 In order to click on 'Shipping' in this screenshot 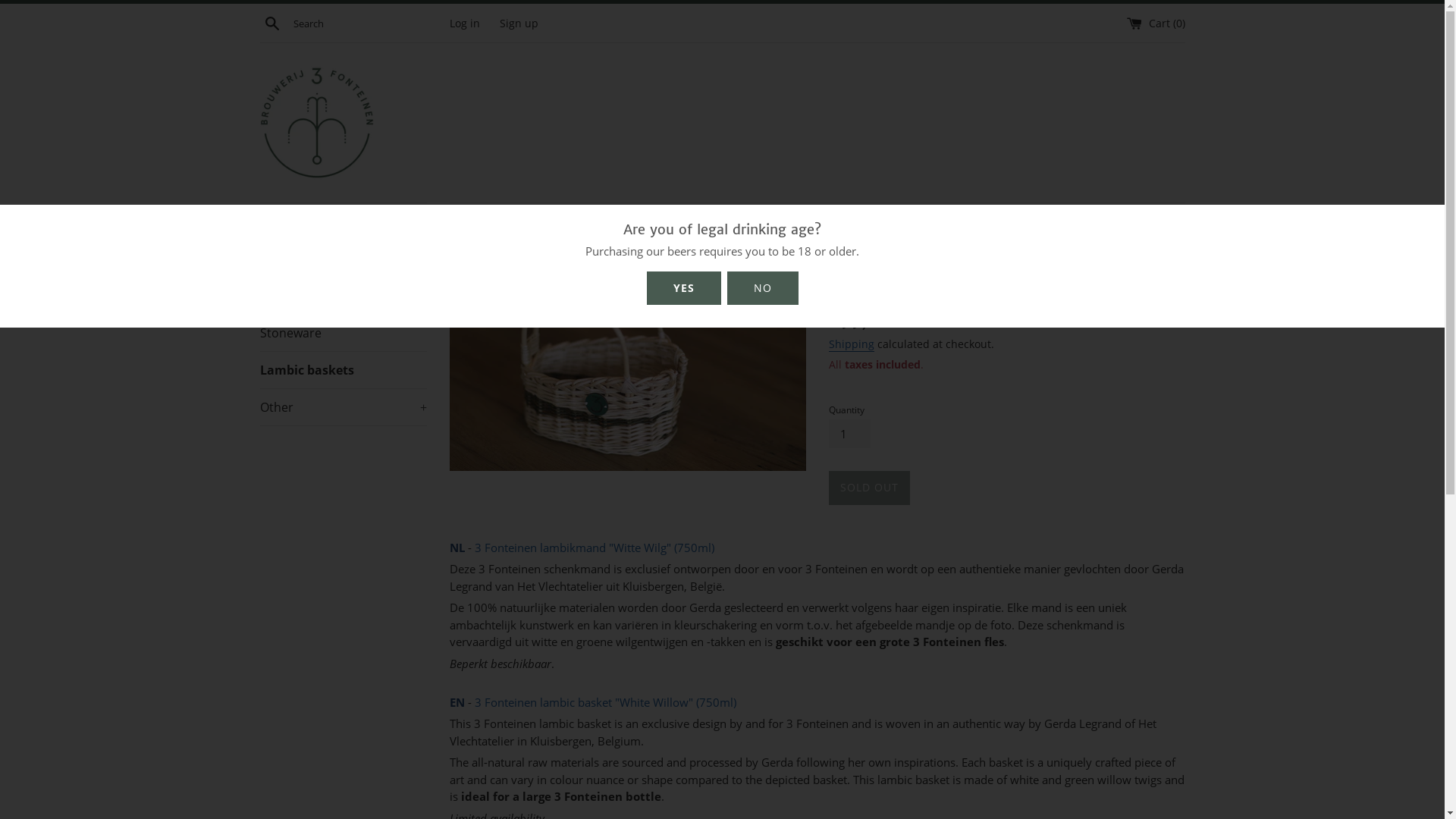, I will do `click(851, 344)`.